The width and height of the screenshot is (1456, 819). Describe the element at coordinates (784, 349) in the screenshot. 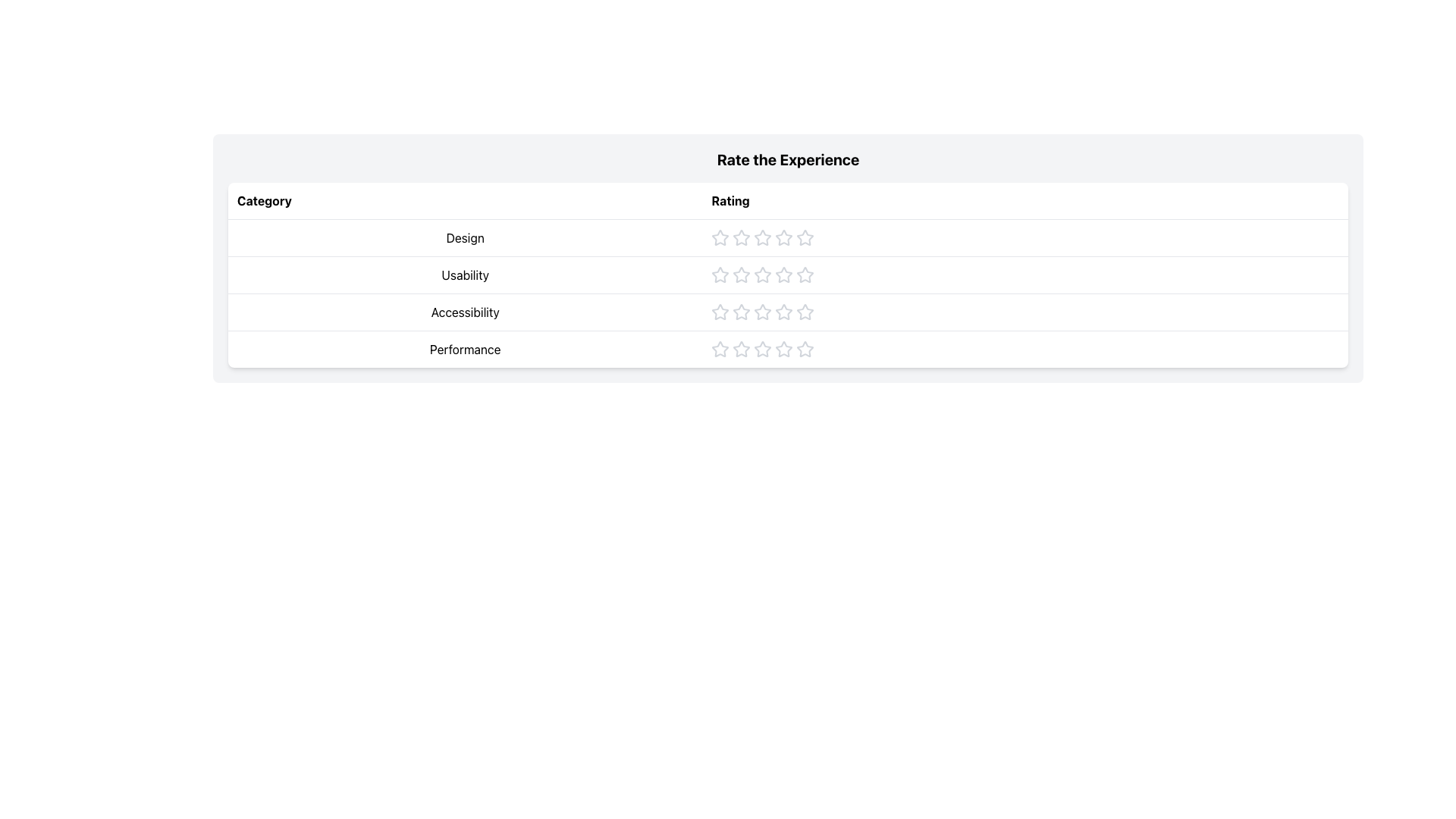

I see `the fourth star in the 'Performance' rating section of the 'Rate the Experience' table` at that location.